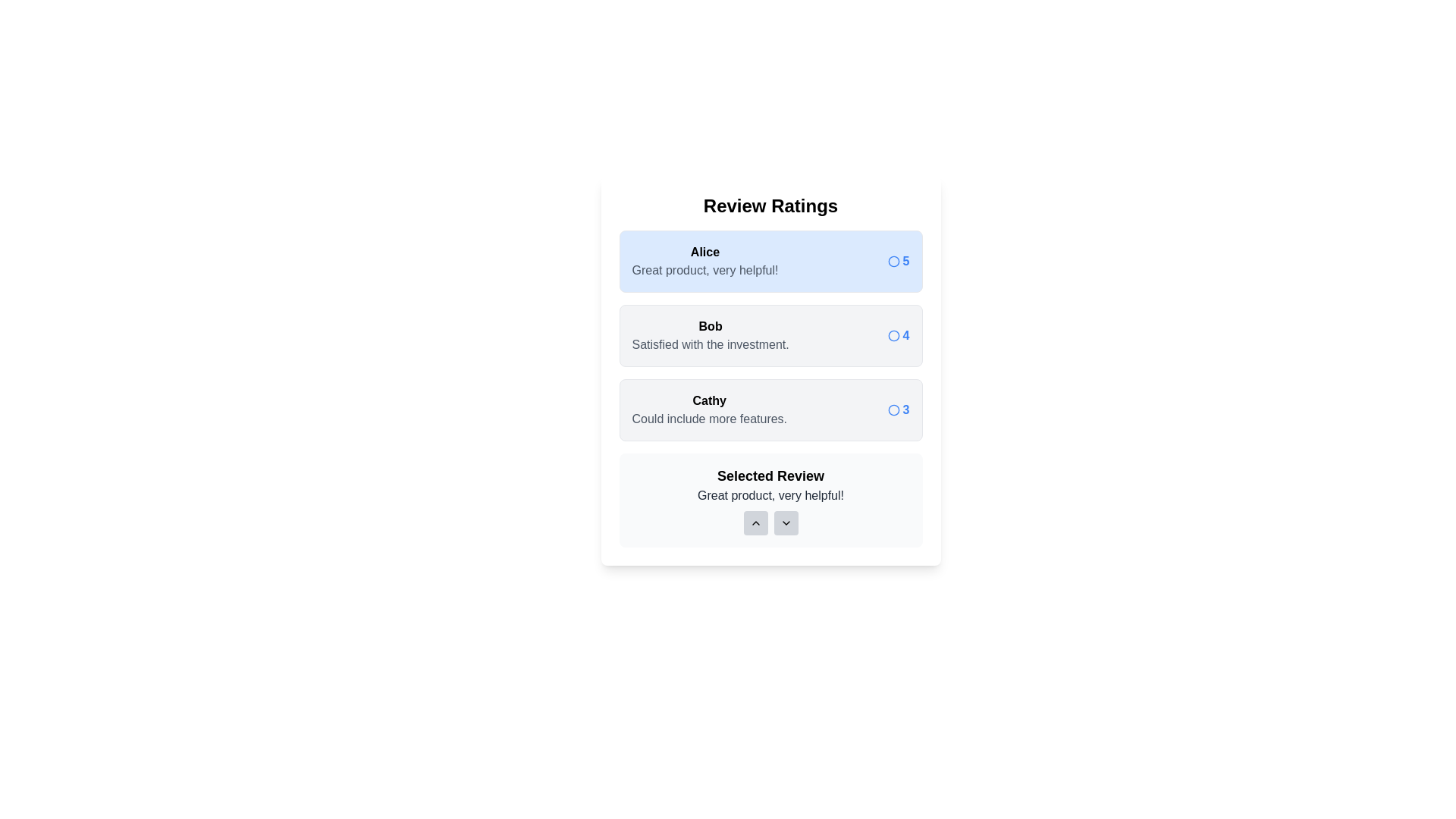  Describe the element at coordinates (770, 335) in the screenshot. I see `the review with user name Bob` at that location.